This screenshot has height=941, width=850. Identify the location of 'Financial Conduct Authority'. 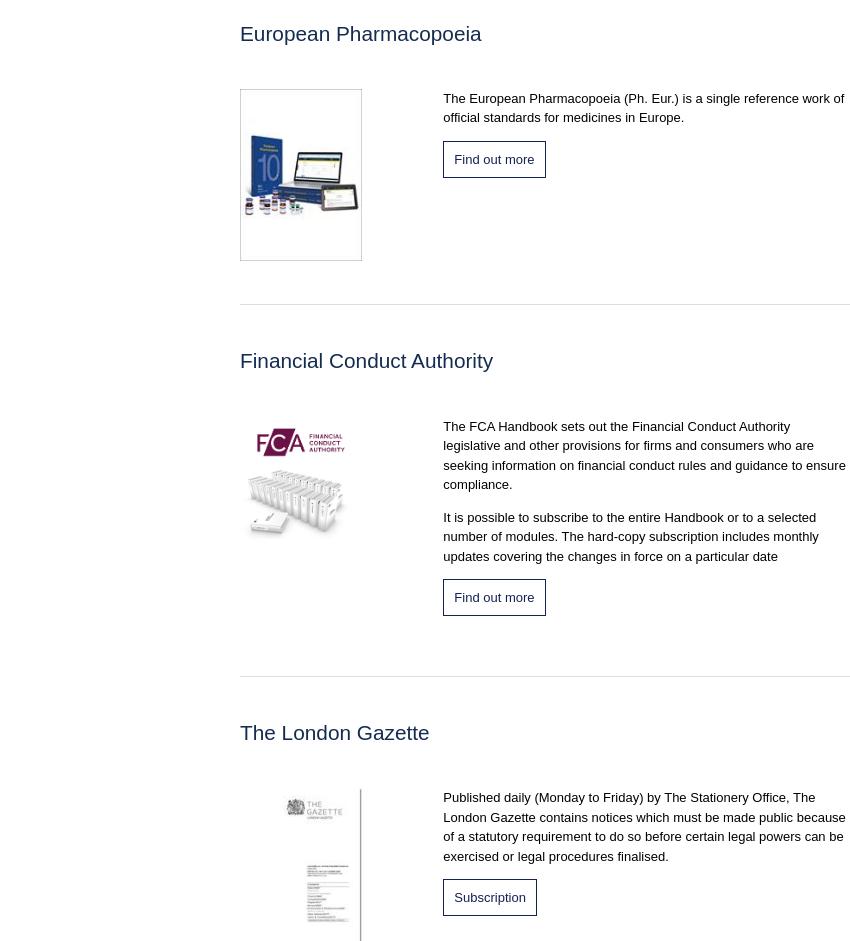
(240, 360).